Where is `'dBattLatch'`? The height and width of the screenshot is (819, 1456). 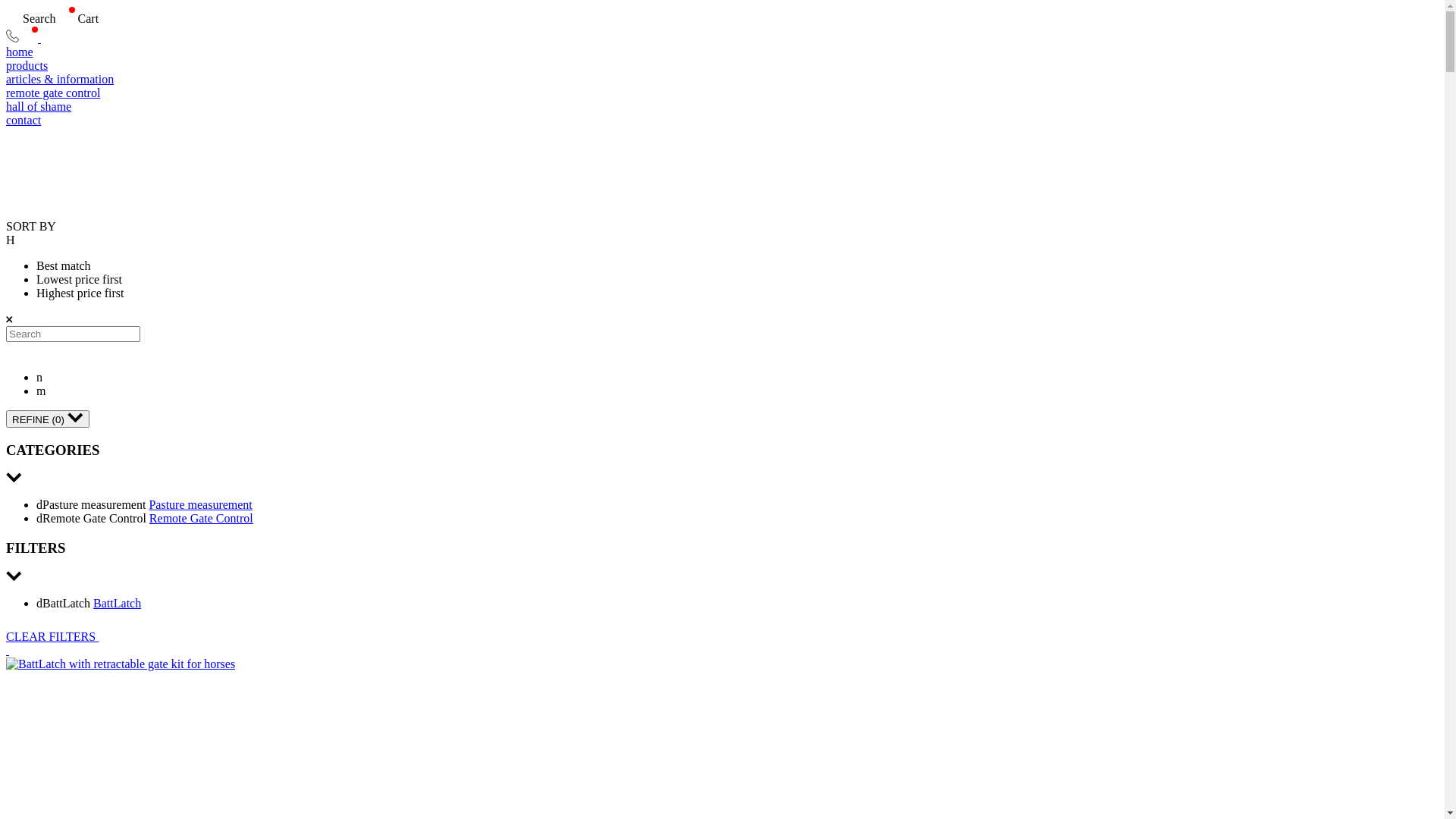 'dBattLatch' is located at coordinates (64, 602).